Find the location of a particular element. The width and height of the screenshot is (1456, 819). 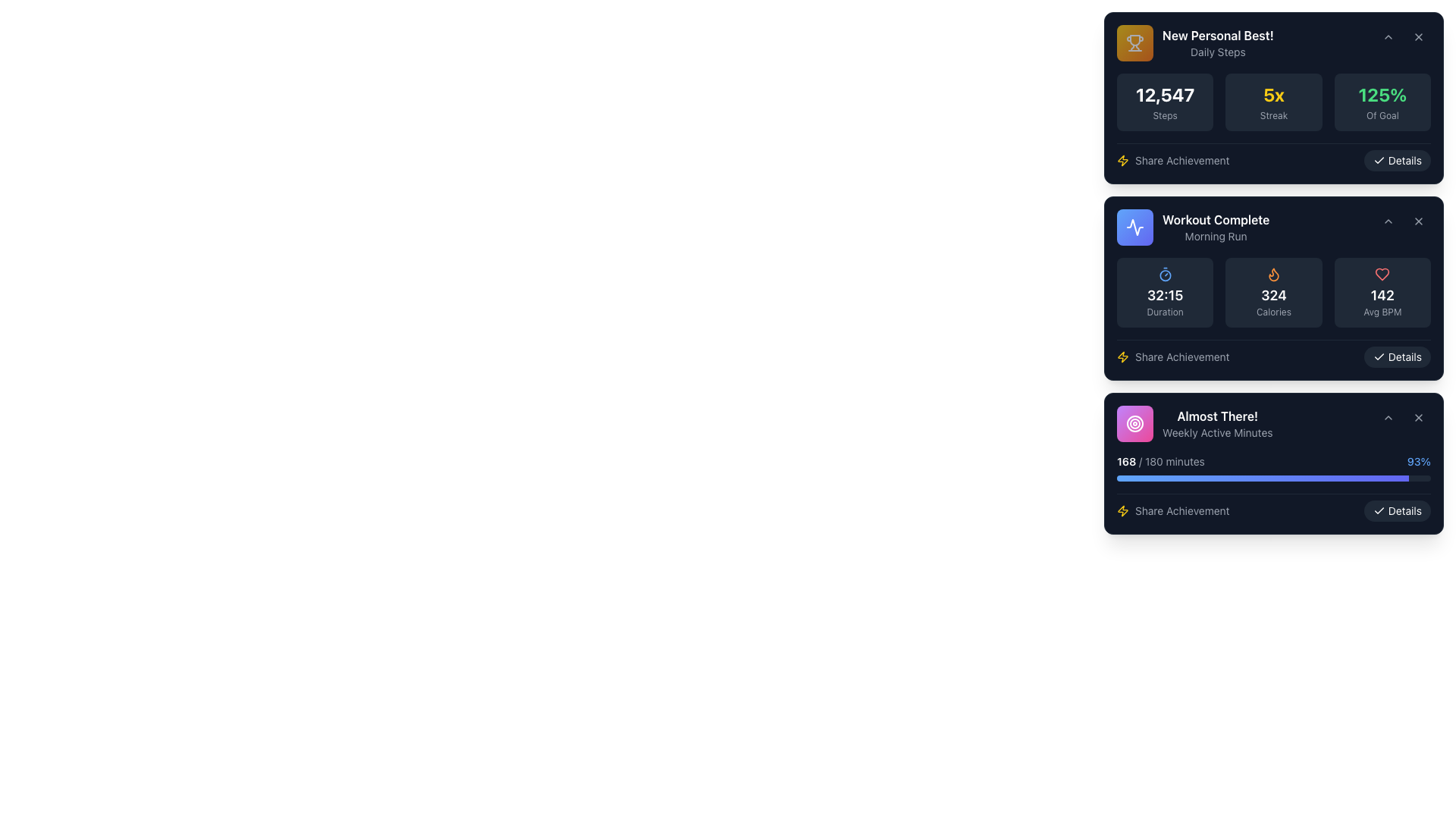

the downward-facing chevron icon button located in the top-right corner of the 'Workout Complete' card is located at coordinates (1388, 221).